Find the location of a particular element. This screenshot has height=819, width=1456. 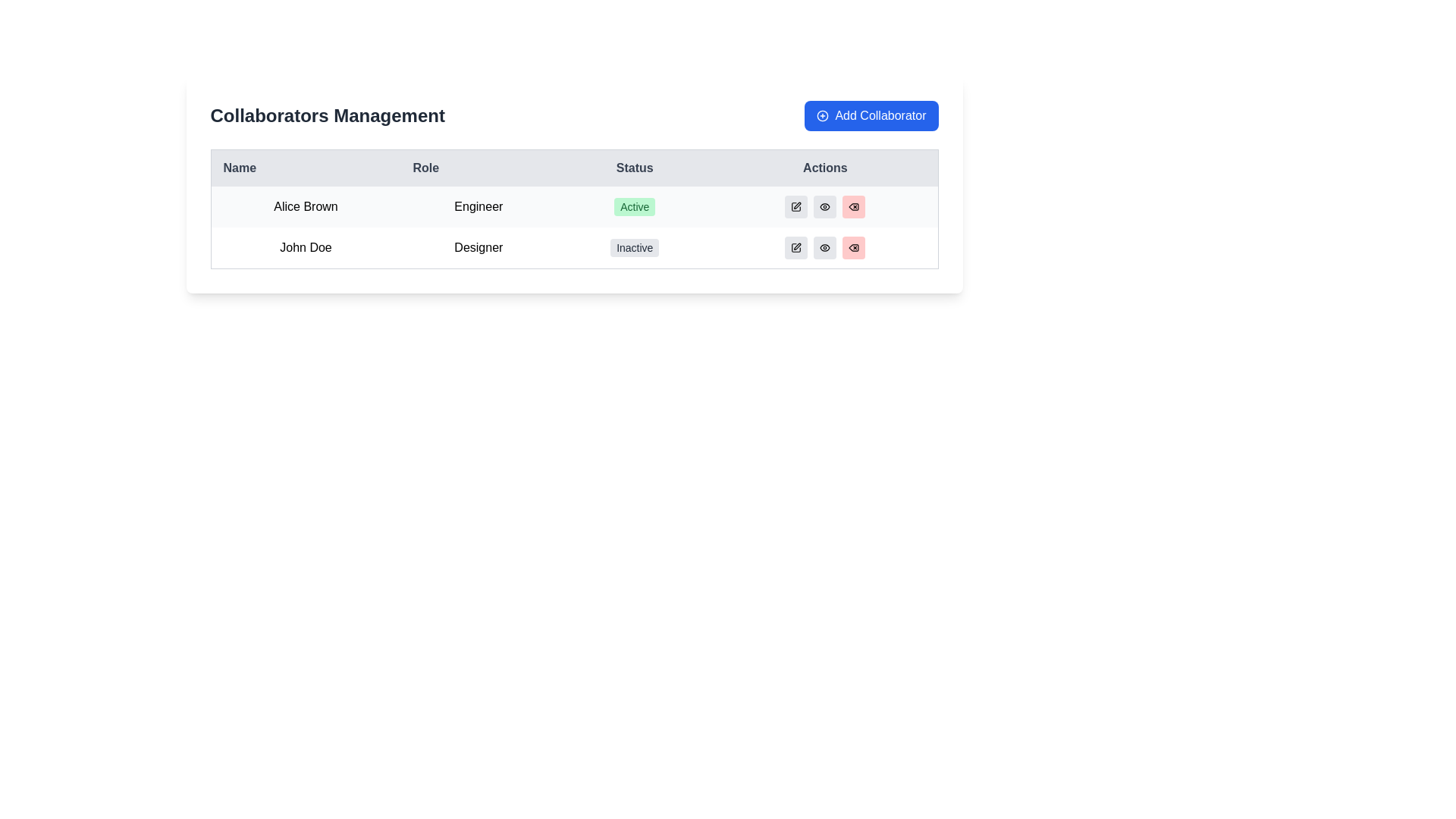

the 'View' button located in the third column labeled 'Actions' for the row corresponding to 'Alice Brown', which is the second button from the left is located at coordinates (824, 207).